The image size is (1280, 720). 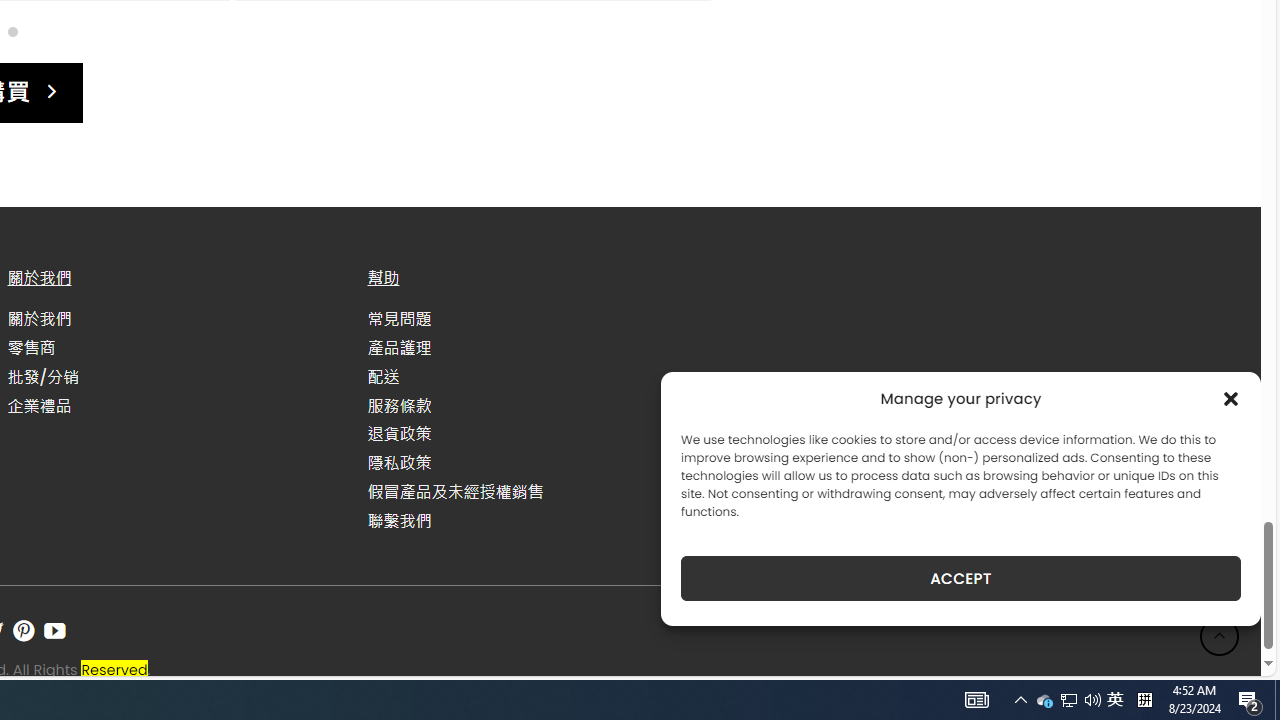 What do you see at coordinates (1219, 636) in the screenshot?
I see `'Go to top'` at bounding box center [1219, 636].